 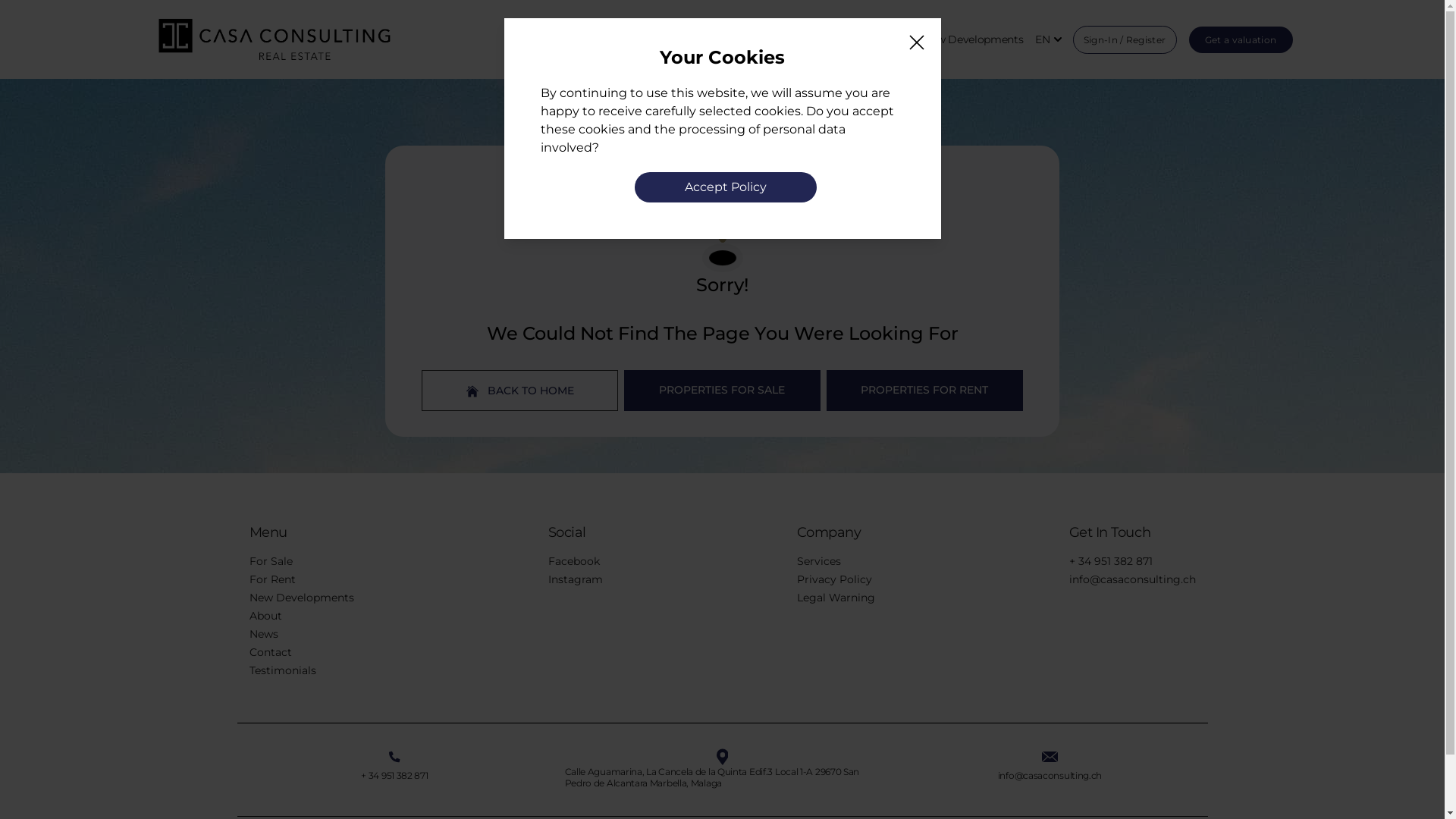 I want to click on 'Instagram', so click(x=574, y=579).